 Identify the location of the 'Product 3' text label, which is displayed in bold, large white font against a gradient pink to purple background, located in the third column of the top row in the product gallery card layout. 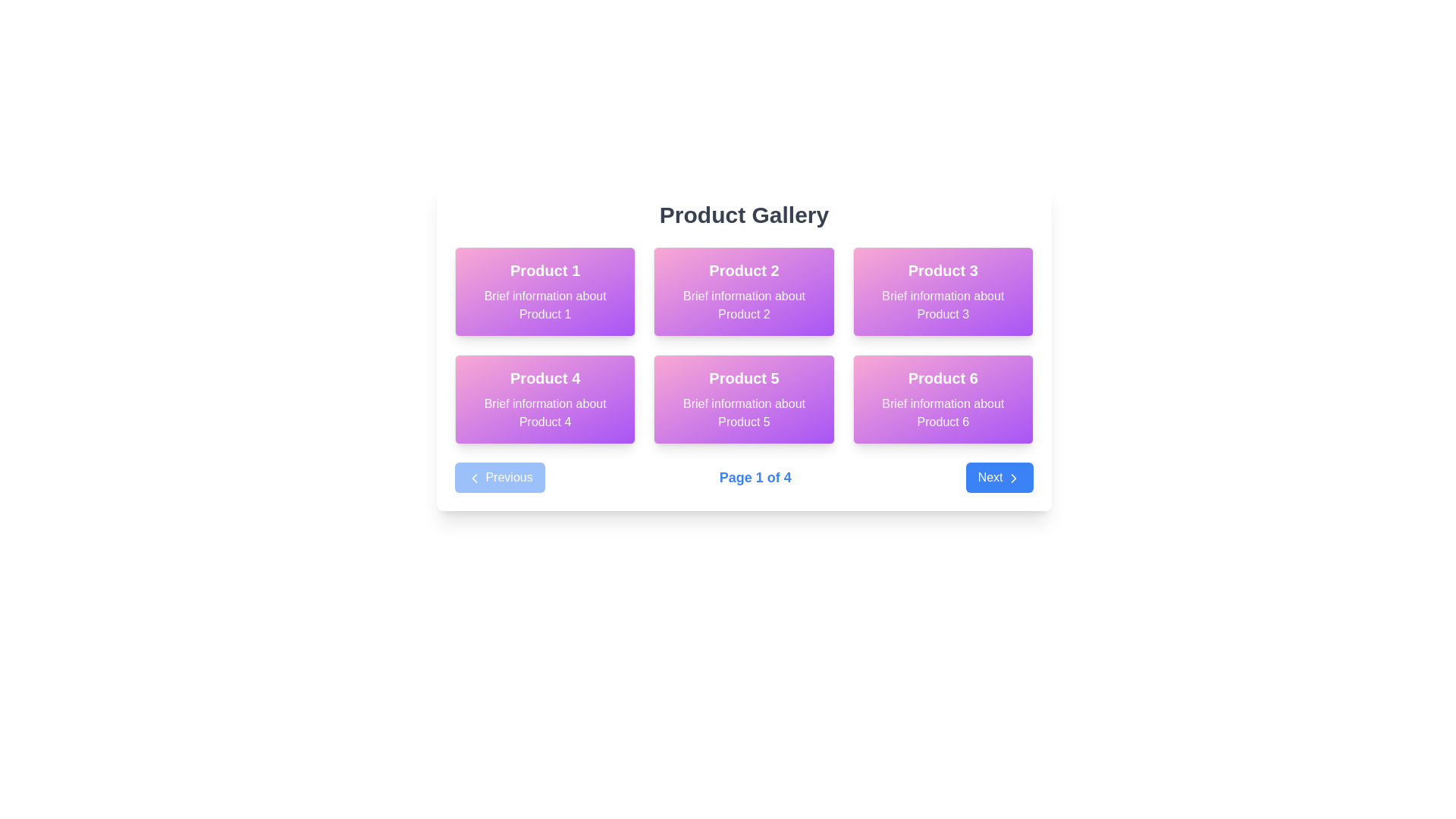
(942, 270).